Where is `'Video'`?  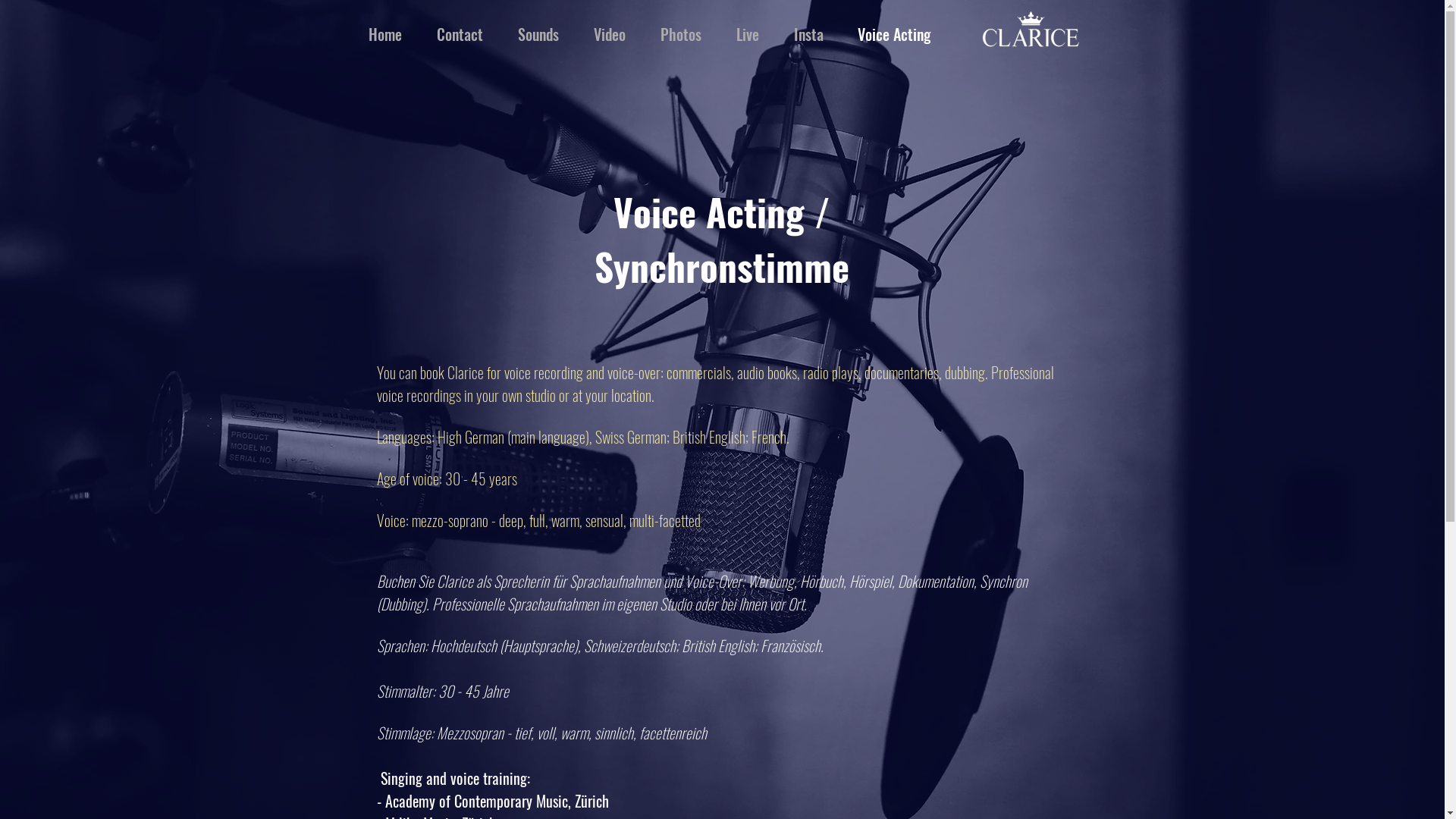 'Video' is located at coordinates (575, 34).